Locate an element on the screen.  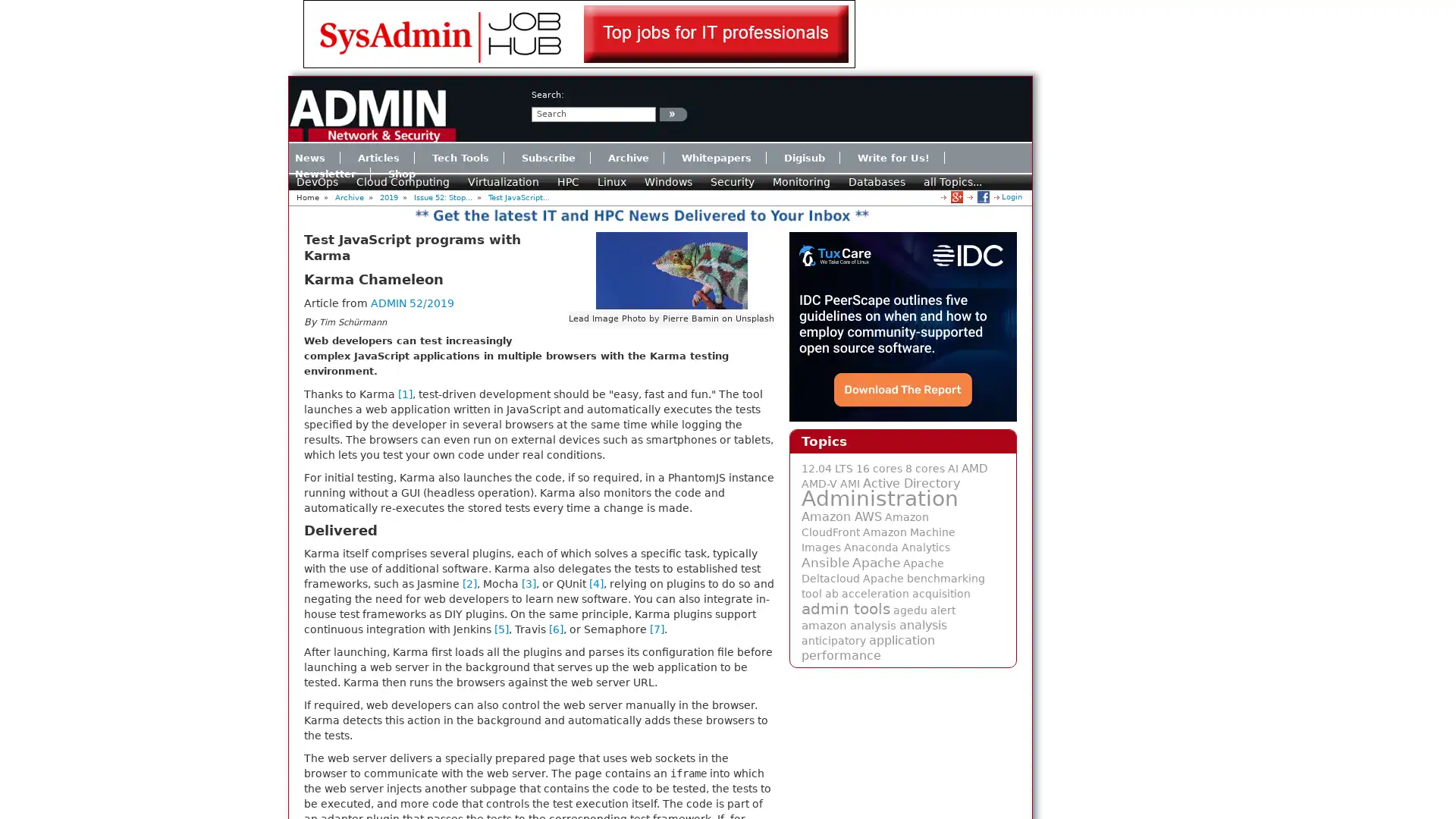
search: is located at coordinates (673, 113).